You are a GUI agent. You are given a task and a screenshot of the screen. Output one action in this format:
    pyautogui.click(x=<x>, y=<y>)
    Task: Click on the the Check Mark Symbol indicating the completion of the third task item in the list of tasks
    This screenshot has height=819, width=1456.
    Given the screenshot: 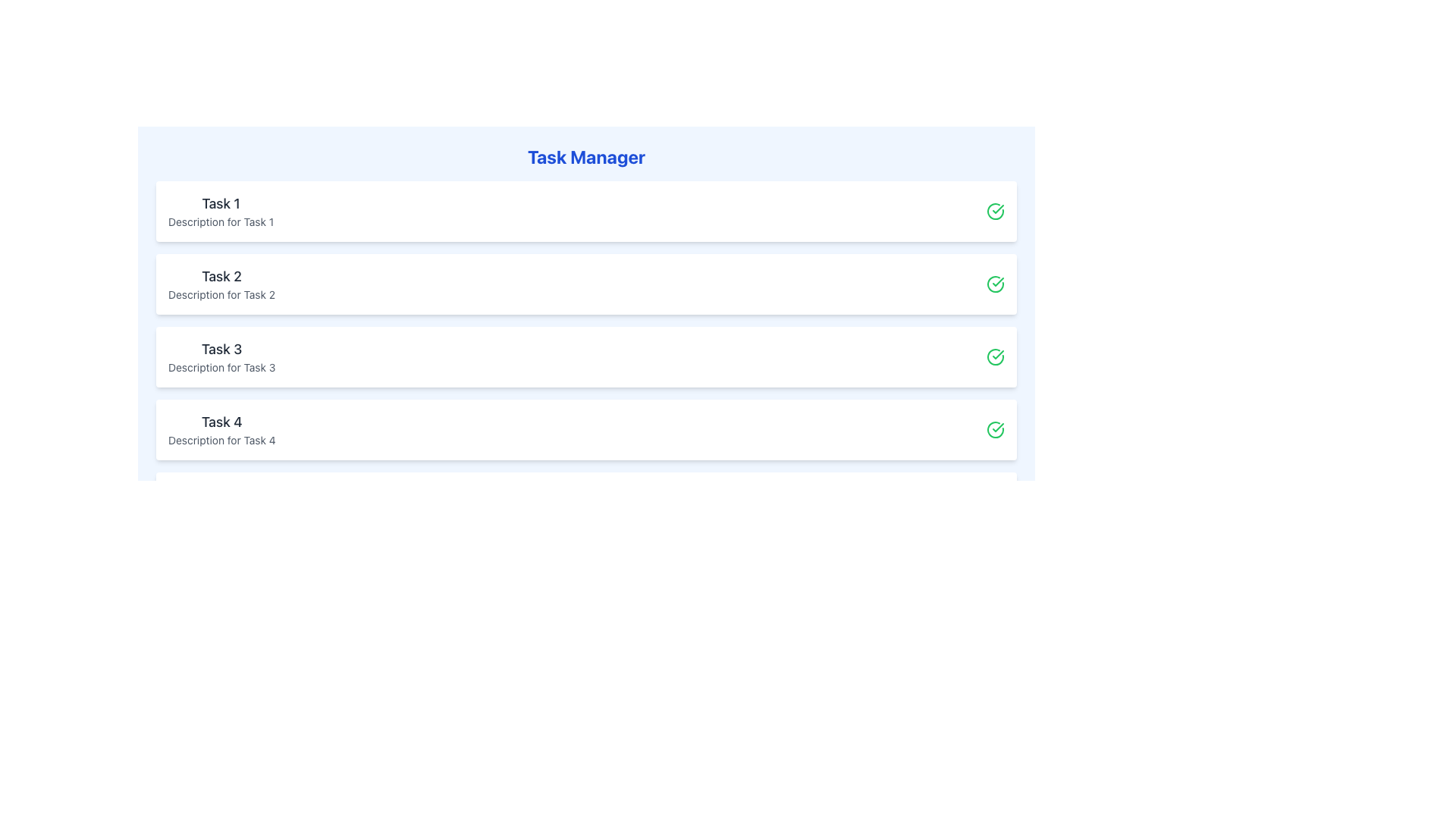 What is the action you would take?
    pyautogui.click(x=998, y=281)
    